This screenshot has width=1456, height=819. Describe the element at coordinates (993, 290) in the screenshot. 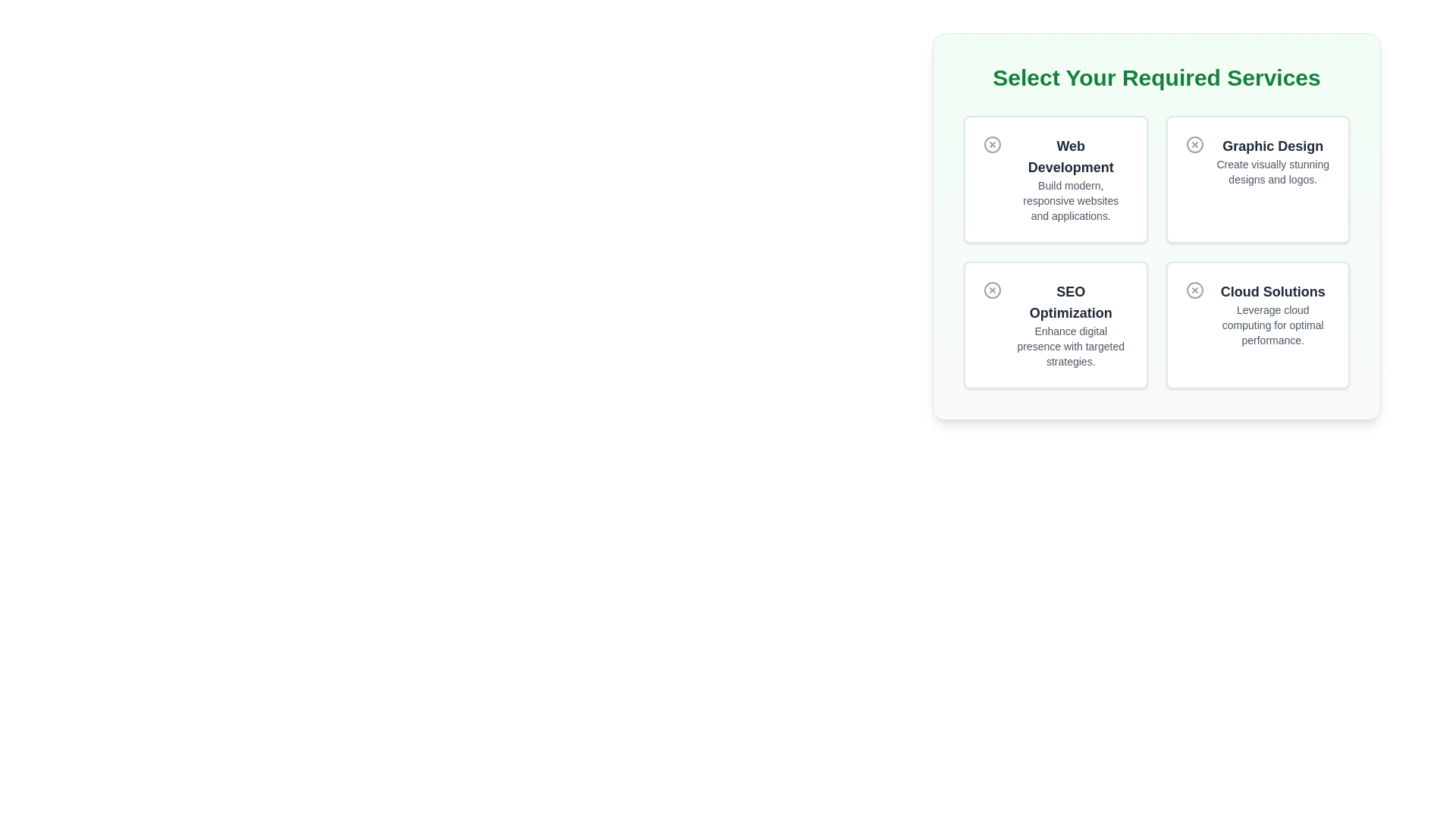

I see `the circular Close icon with a centered cross (X) located at the top-left corner of the 'SEO Optimization' card in the 'Select Your Required Services' section` at that location.